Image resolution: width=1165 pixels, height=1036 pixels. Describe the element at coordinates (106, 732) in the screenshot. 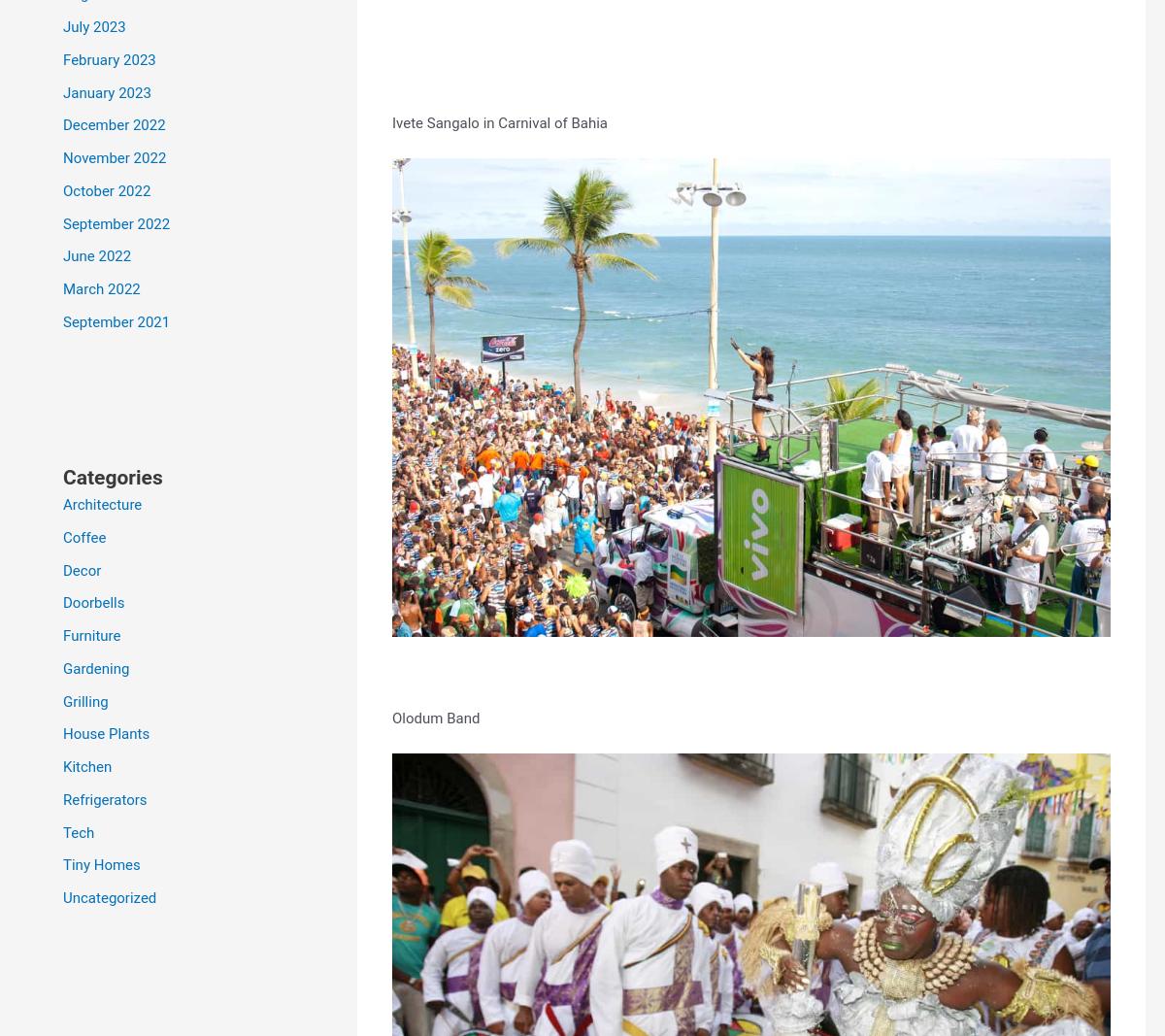

I see `'House Plants'` at that location.